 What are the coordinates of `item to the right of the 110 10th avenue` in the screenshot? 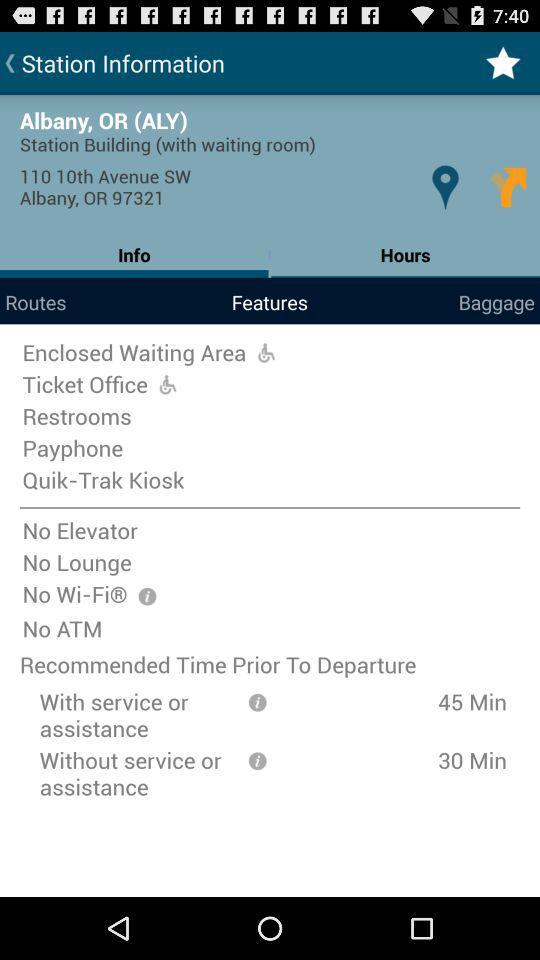 It's located at (445, 187).